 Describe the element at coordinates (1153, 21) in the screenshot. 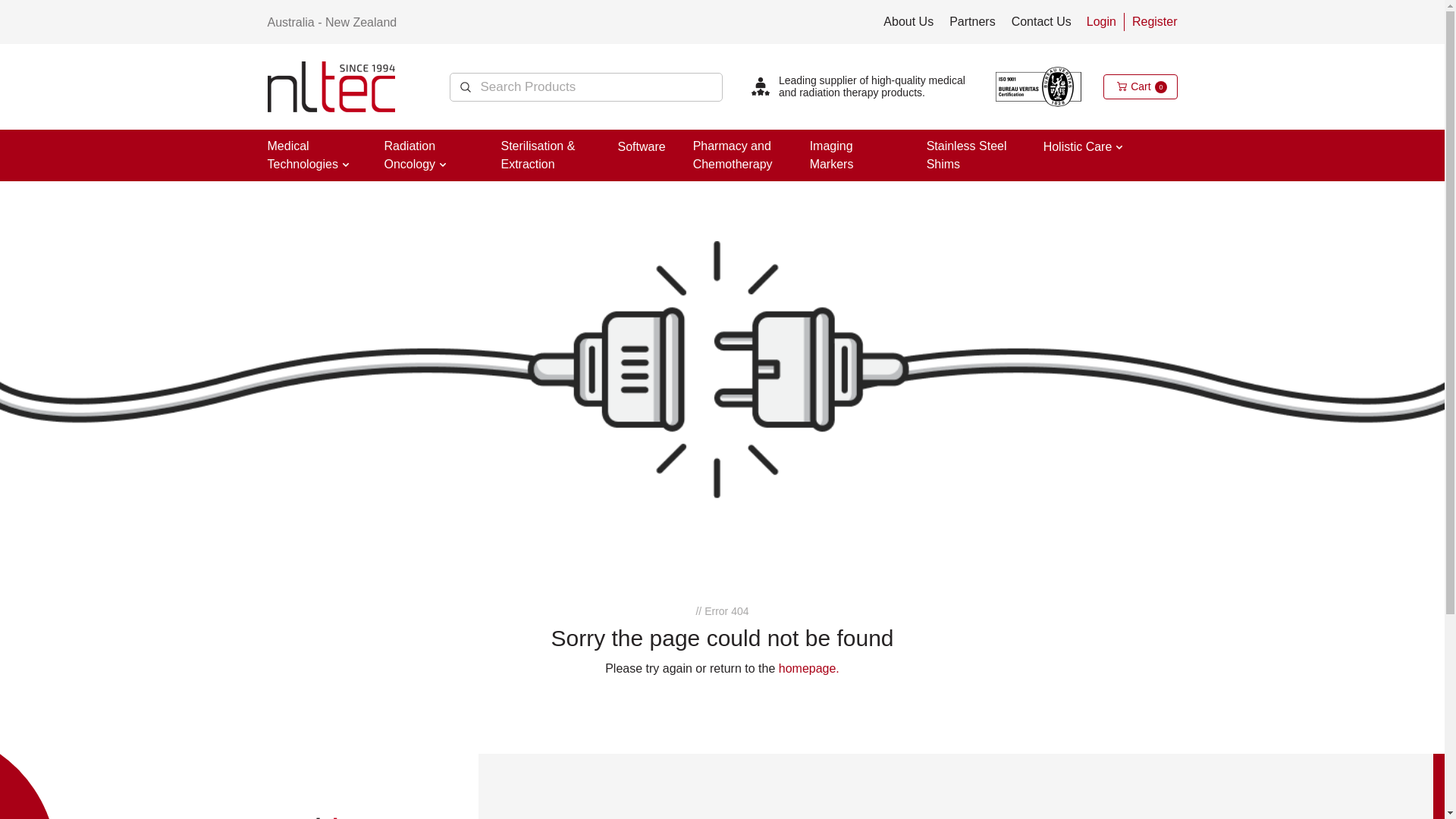

I see `'Register'` at that location.